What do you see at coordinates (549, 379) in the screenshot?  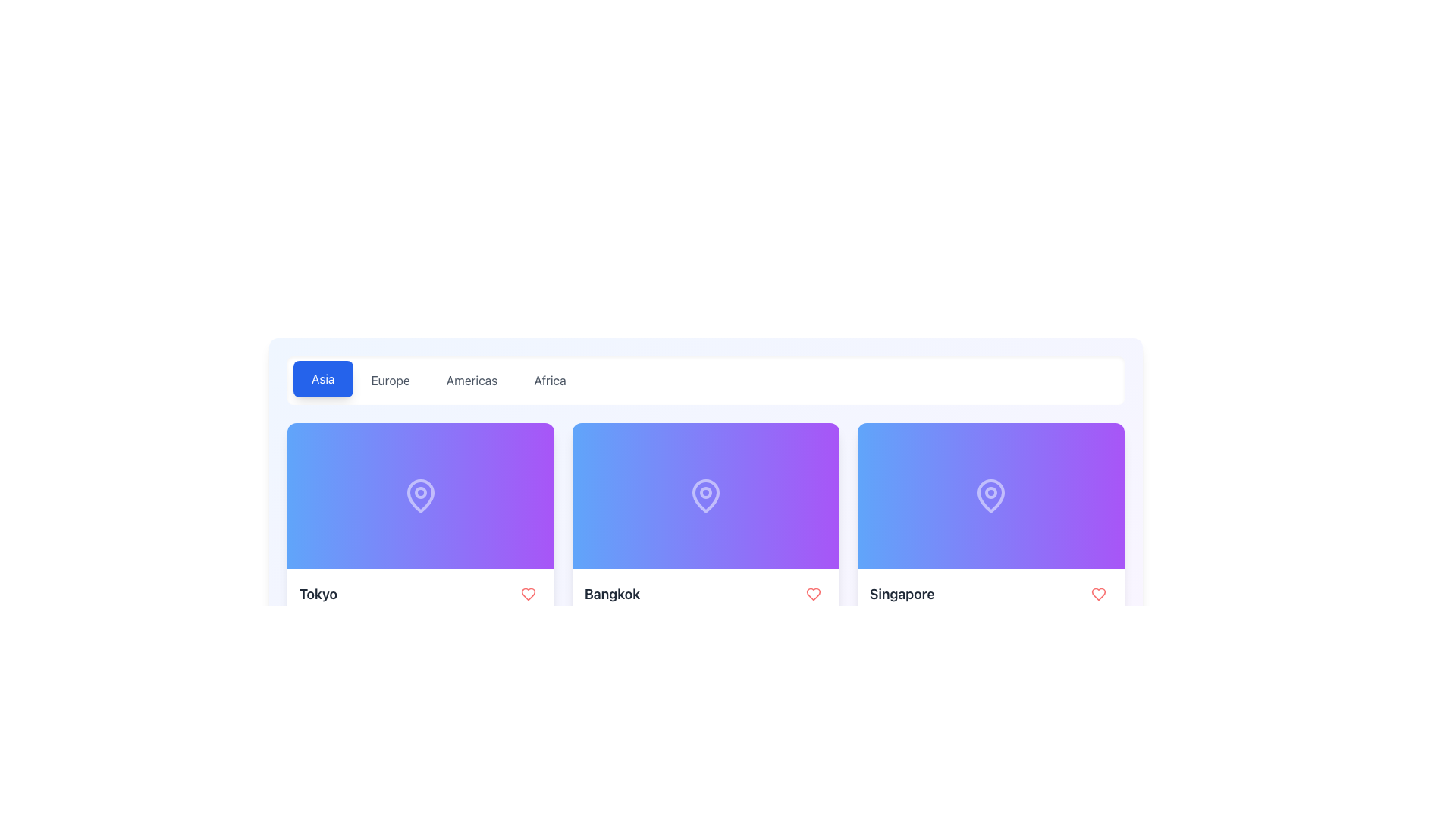 I see `the button labeled 'Africa' in the horizontal menu to change its background color` at bounding box center [549, 379].